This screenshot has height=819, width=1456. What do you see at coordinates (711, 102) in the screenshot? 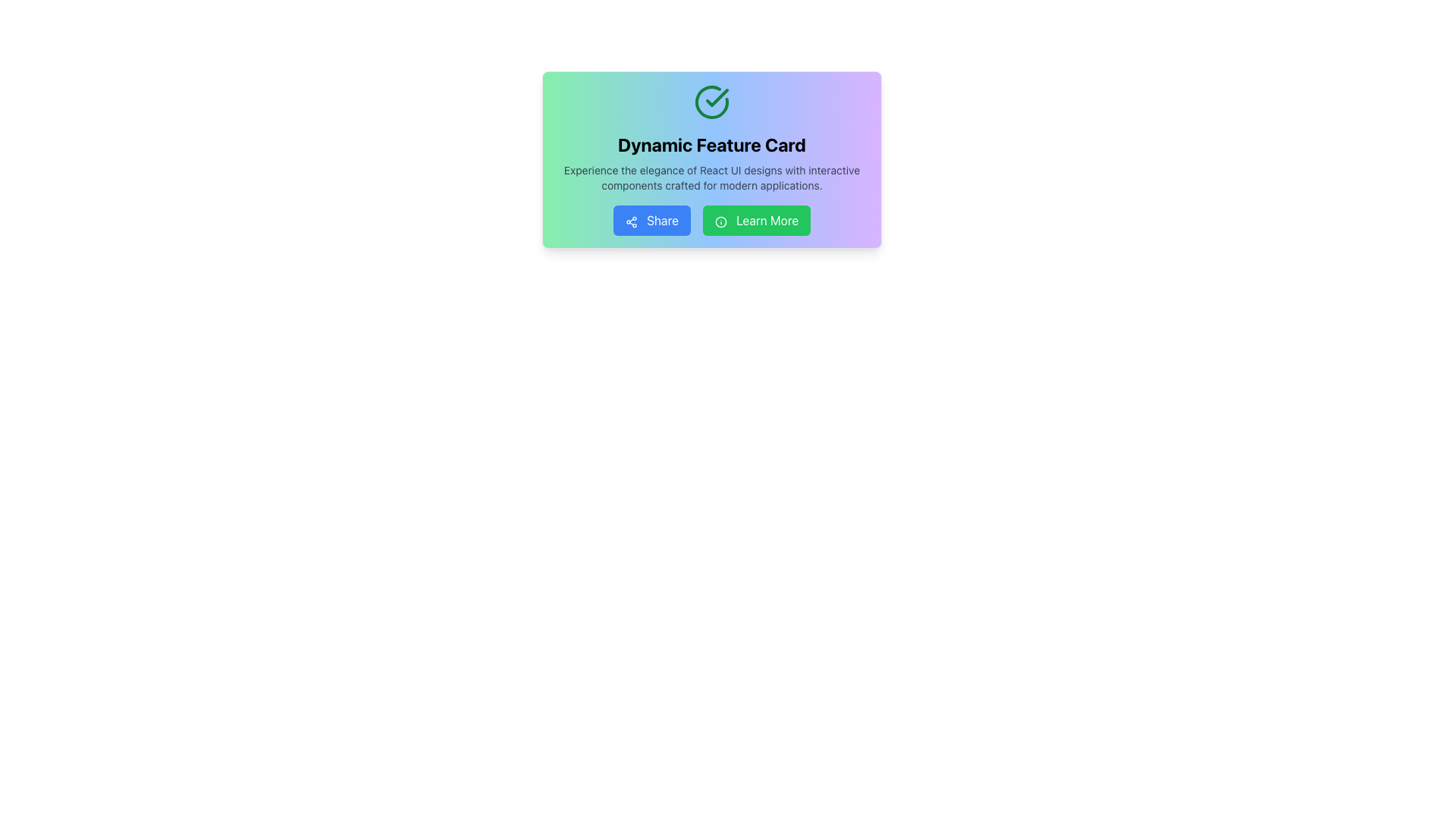
I see `the green checkmark icon enclosed in a circular outline, which symbolizes a positive or confirmed state, located above the main heading 'Dynamic Feature Card'` at bounding box center [711, 102].